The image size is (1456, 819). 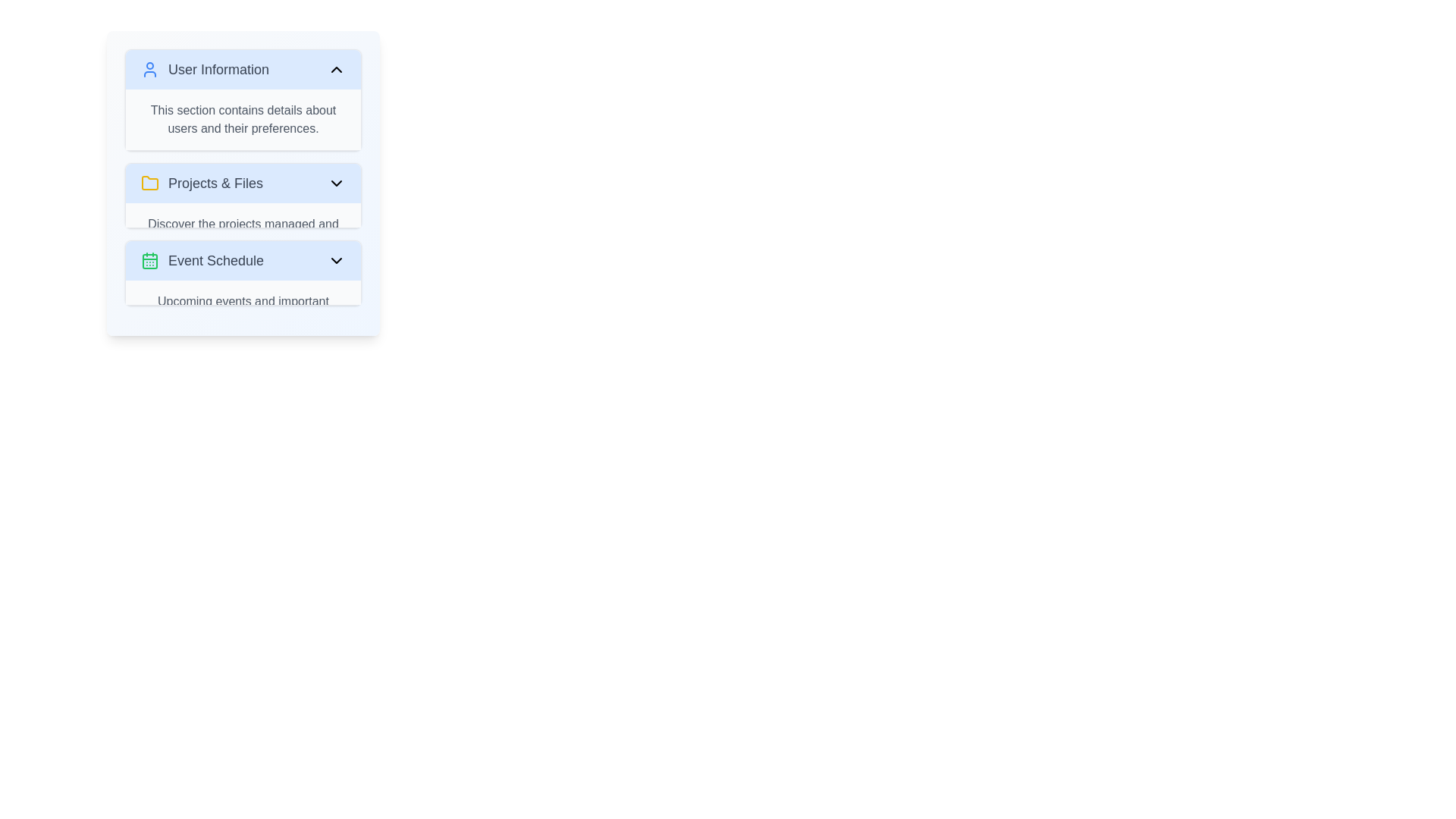 What do you see at coordinates (243, 195) in the screenshot?
I see `the chevron icon in the second expandable card section` at bounding box center [243, 195].